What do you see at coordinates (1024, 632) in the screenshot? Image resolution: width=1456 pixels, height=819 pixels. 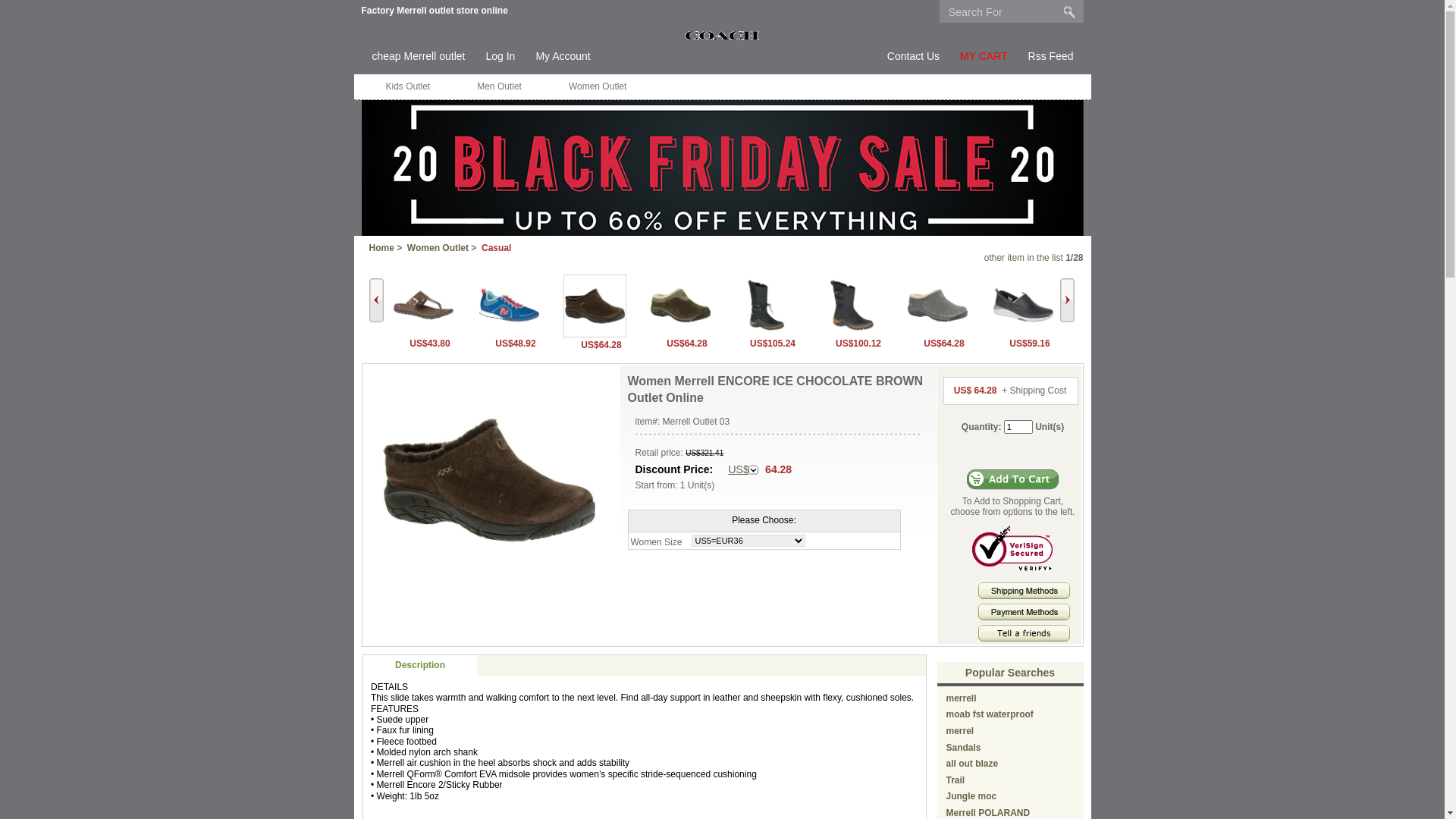 I see `' Tell A Friends '` at bounding box center [1024, 632].